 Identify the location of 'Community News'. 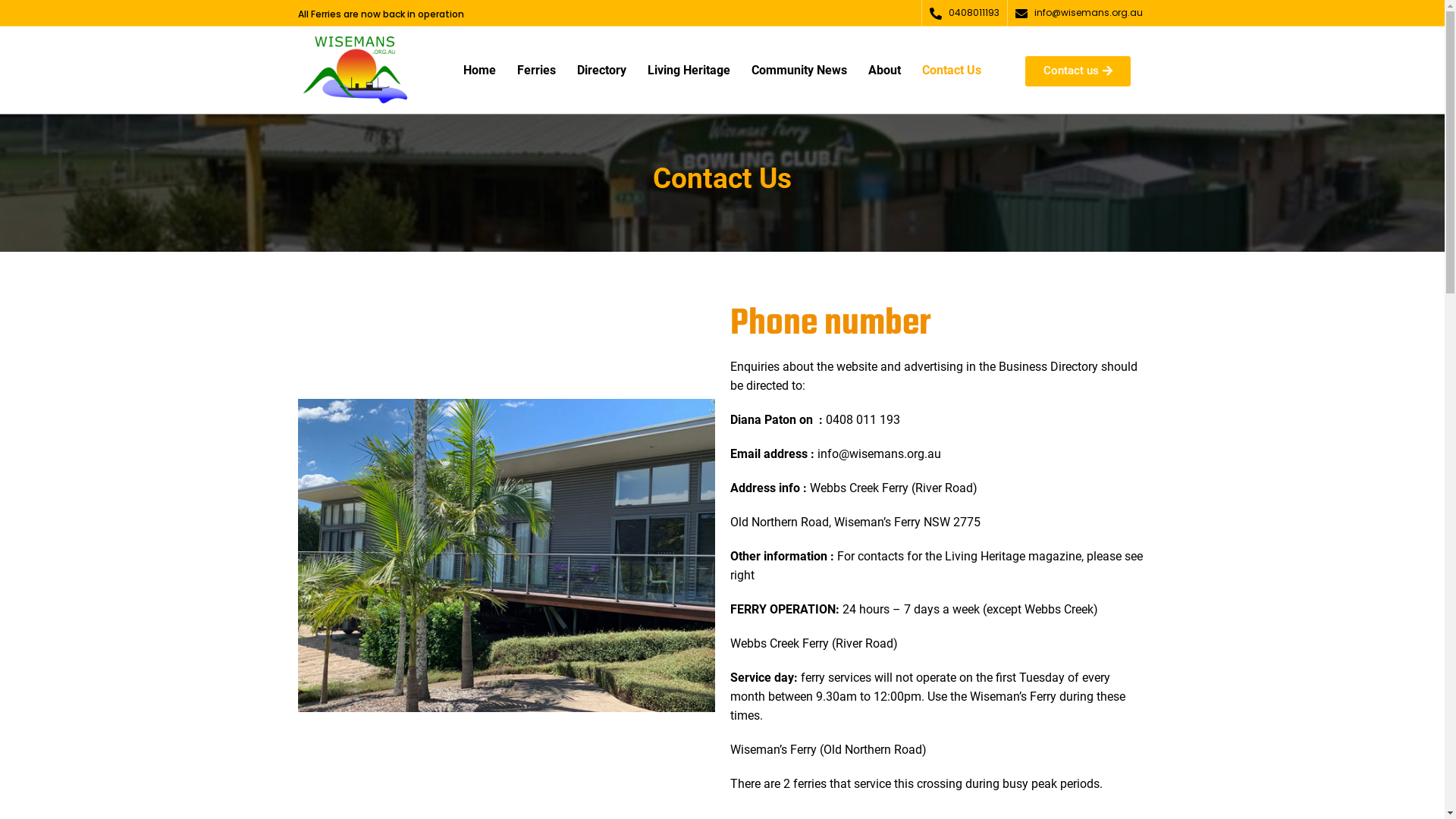
(741, 70).